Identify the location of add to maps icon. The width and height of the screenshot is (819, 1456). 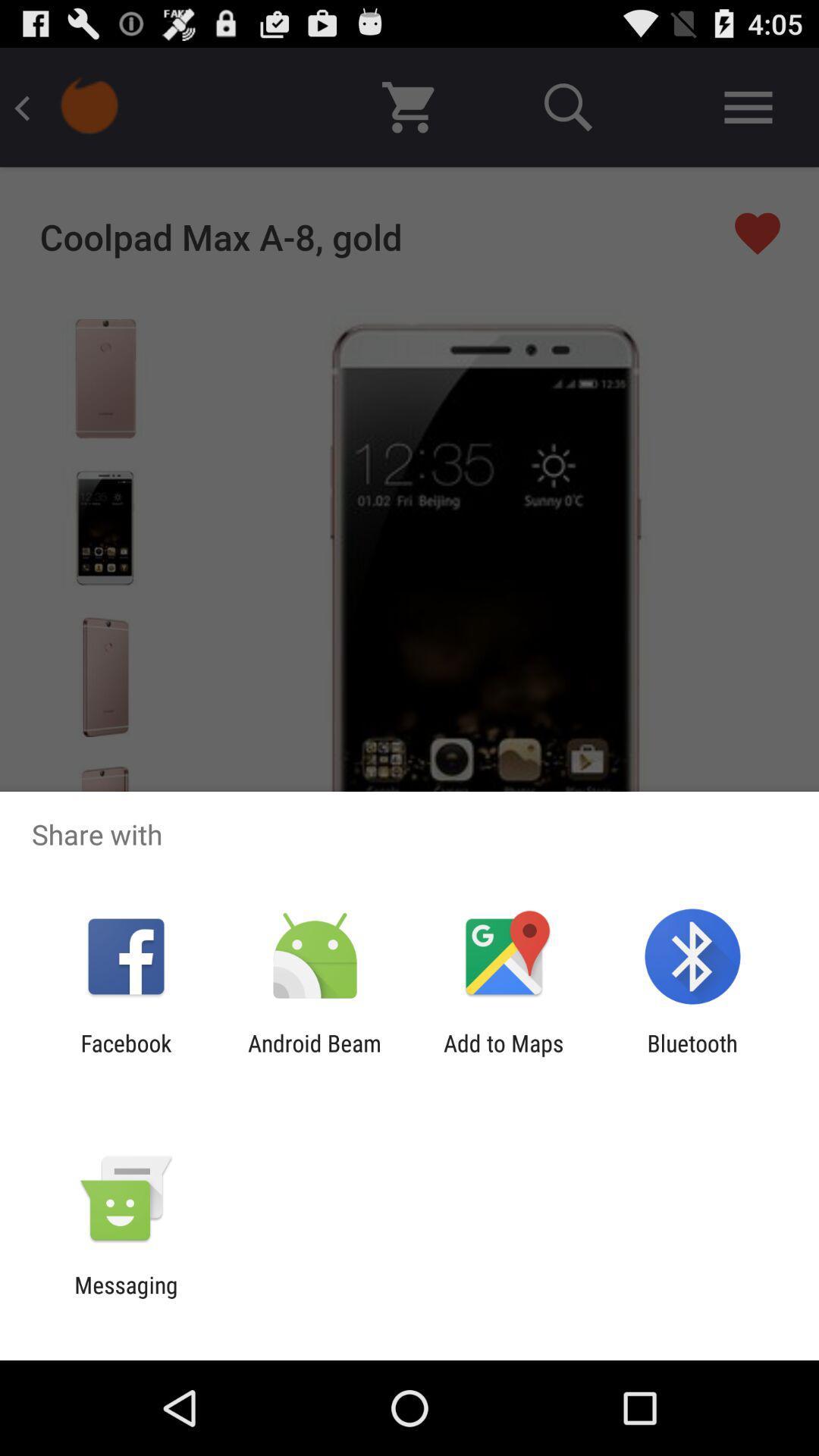
(504, 1056).